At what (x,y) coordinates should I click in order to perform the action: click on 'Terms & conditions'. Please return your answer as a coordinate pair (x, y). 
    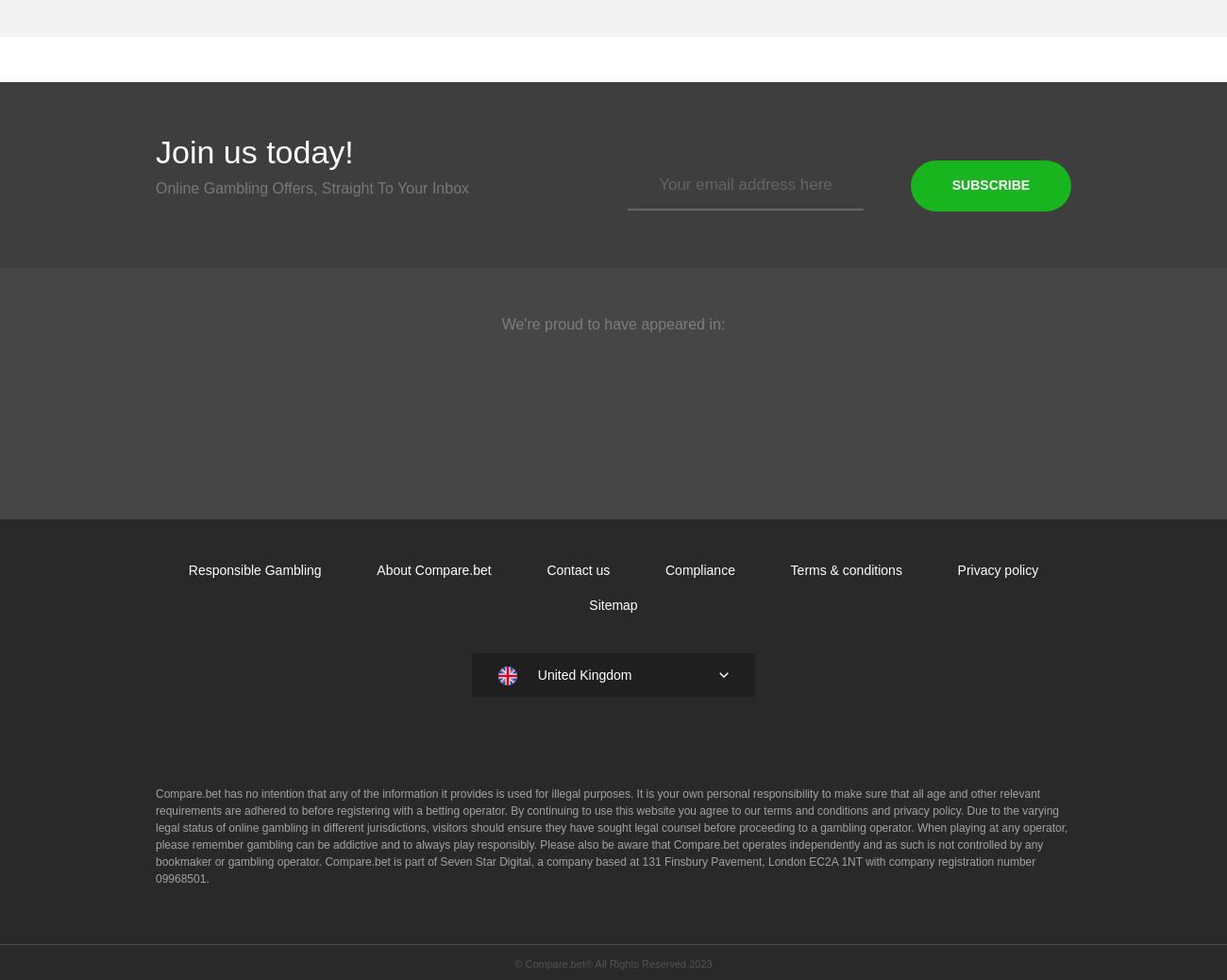
    Looking at the image, I should click on (789, 569).